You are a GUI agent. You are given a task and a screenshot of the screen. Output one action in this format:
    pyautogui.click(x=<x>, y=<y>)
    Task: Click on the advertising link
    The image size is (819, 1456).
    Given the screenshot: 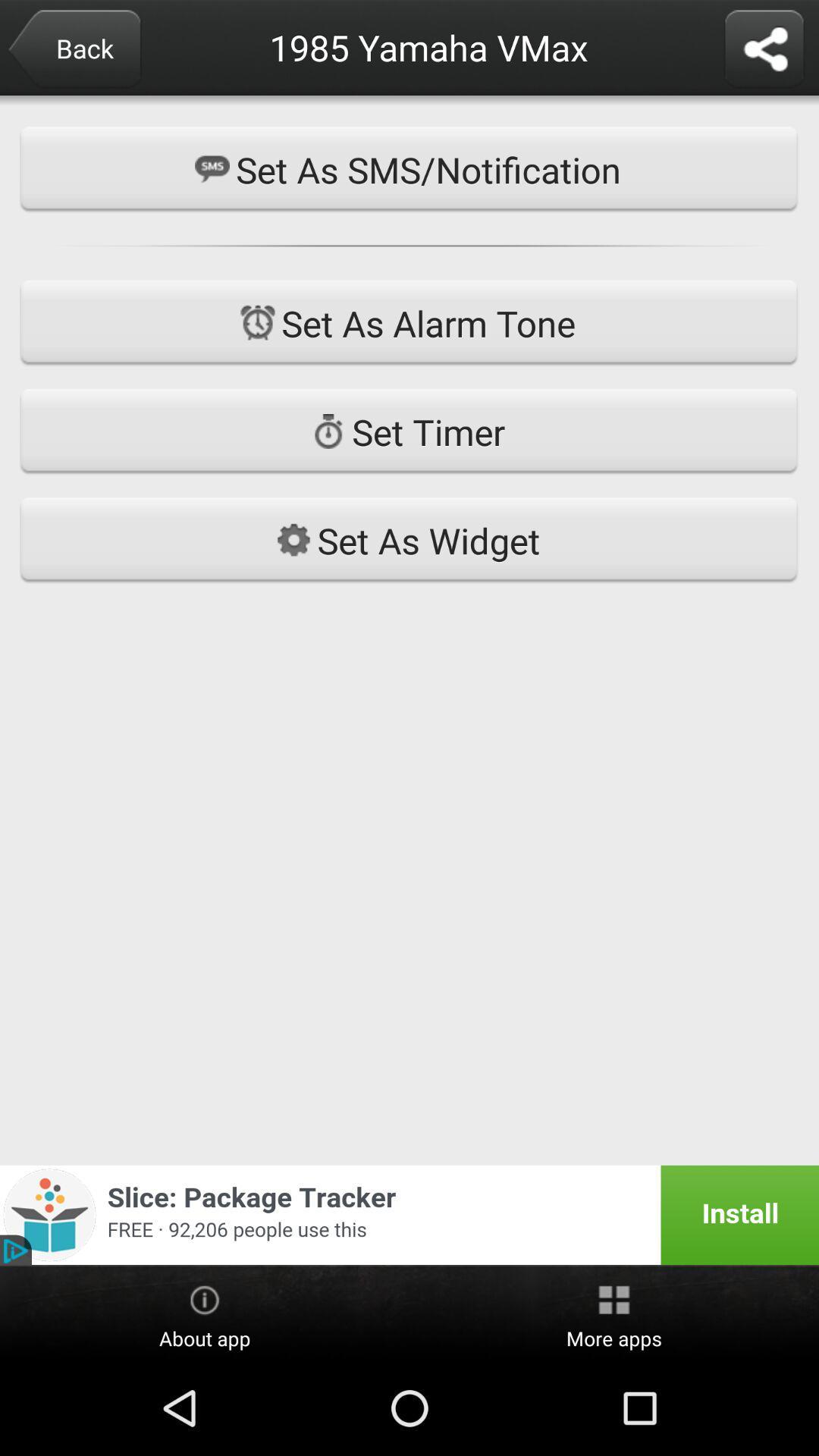 What is the action you would take?
    pyautogui.click(x=409, y=1215)
    